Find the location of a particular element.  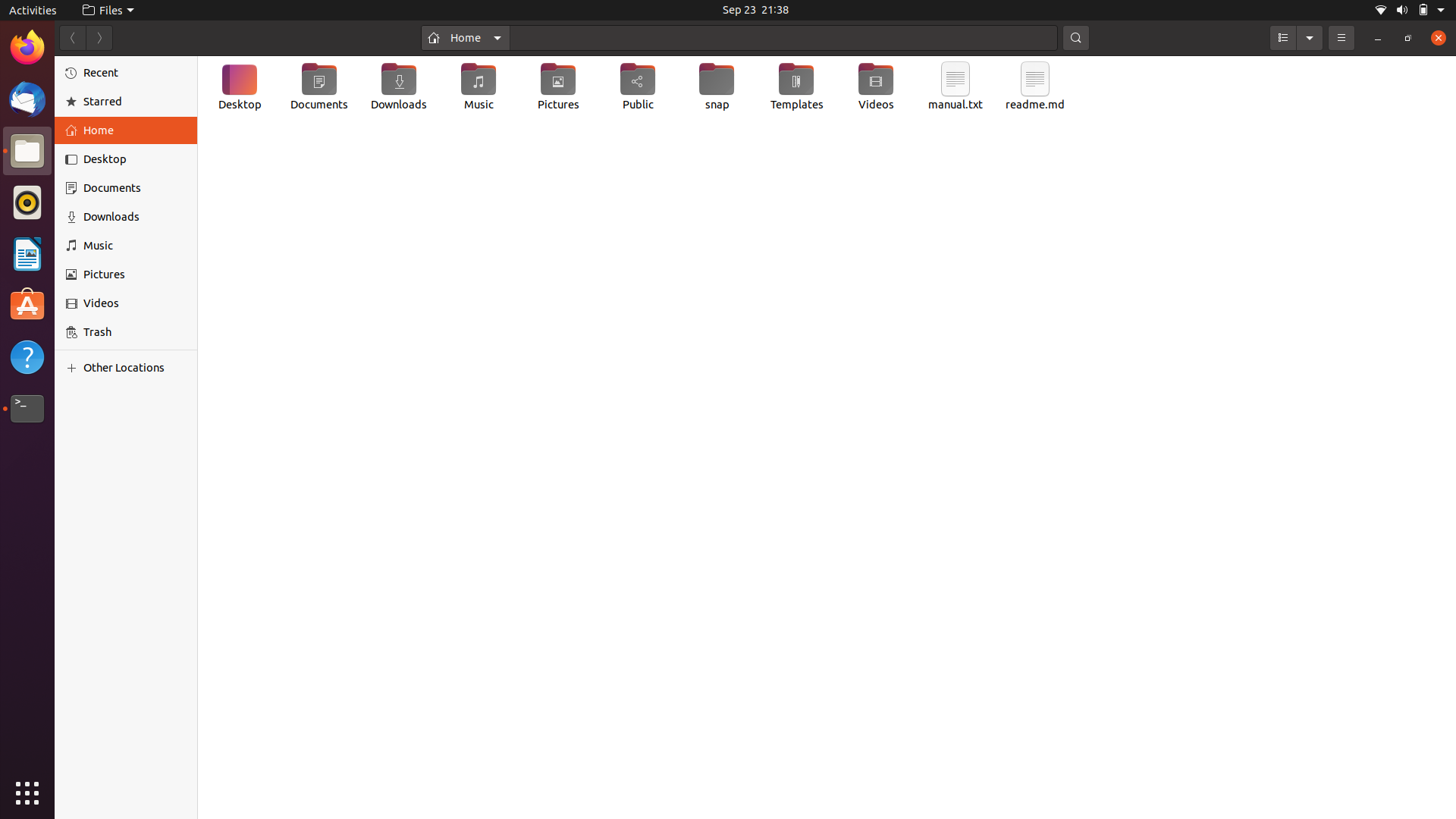

Extend the display window to full screen size is located at coordinates (1406, 37).